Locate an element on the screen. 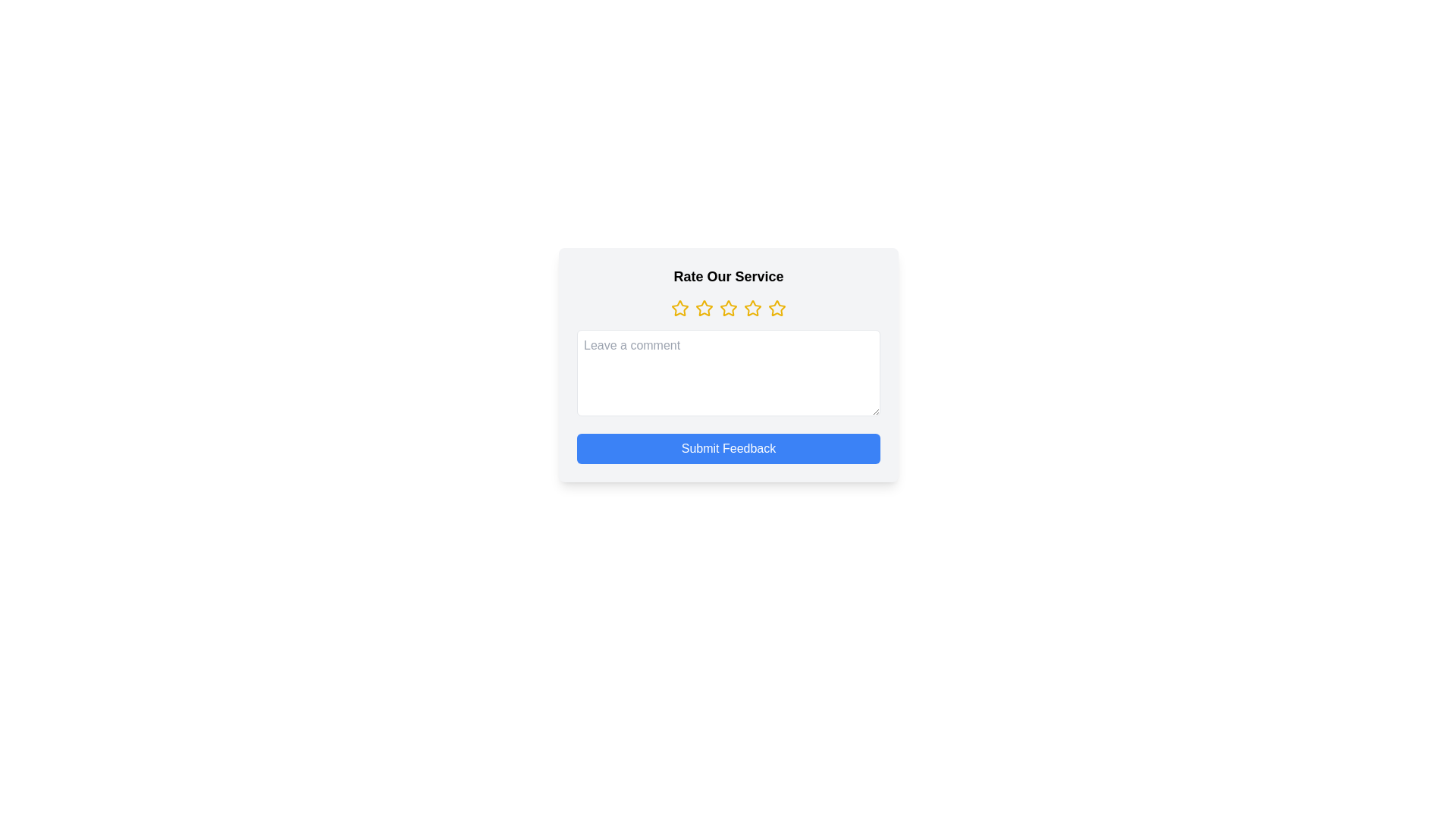 The width and height of the screenshot is (1456, 819). the third star-shaped rating icon, which is gold and part of a five-star rating system, to confirm the selection is located at coordinates (728, 307).